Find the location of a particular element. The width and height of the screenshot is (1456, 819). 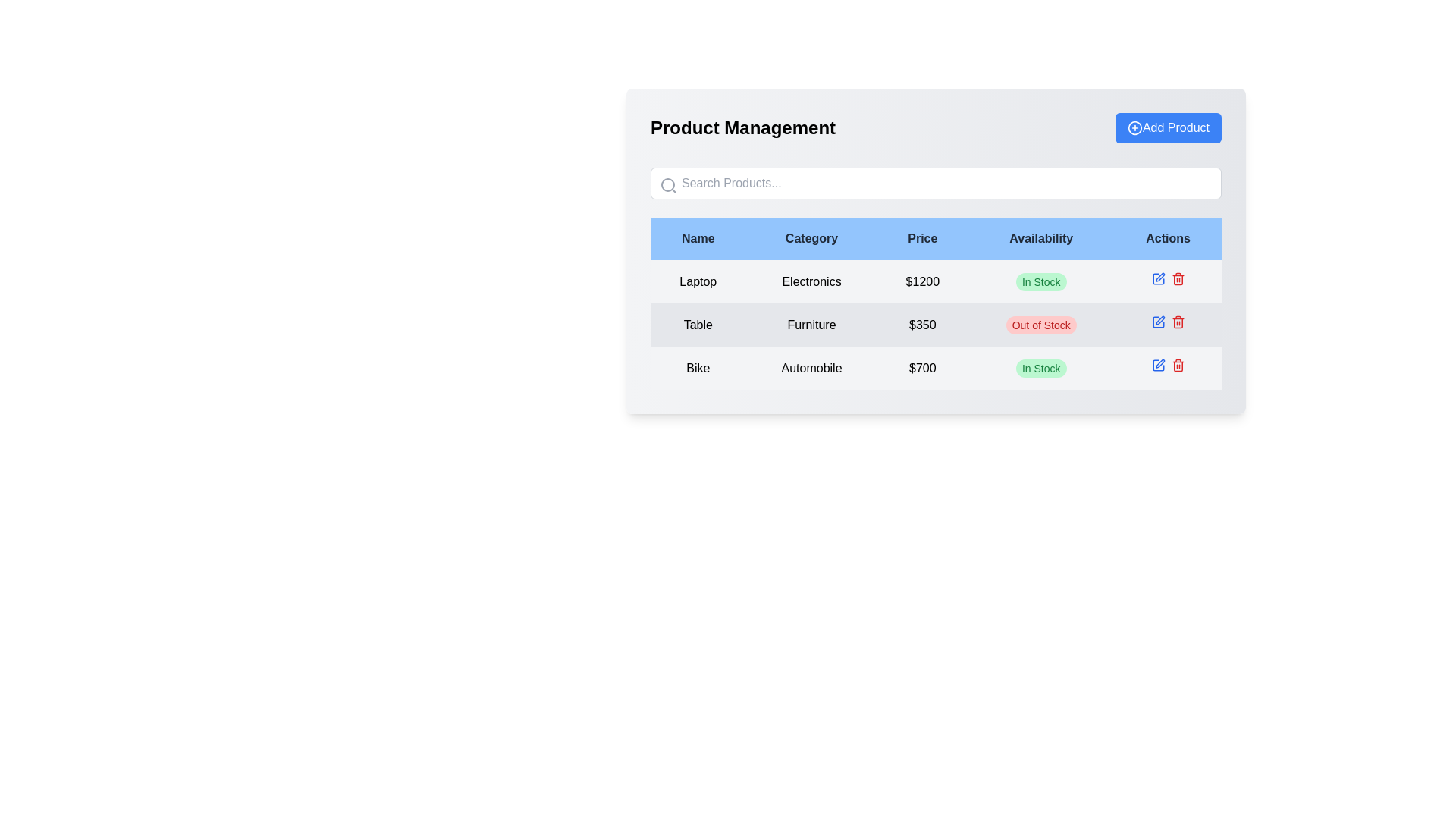

the Text label indicating the category of items in the table, positioned between the 'Name' and 'Price' headers is located at coordinates (811, 239).